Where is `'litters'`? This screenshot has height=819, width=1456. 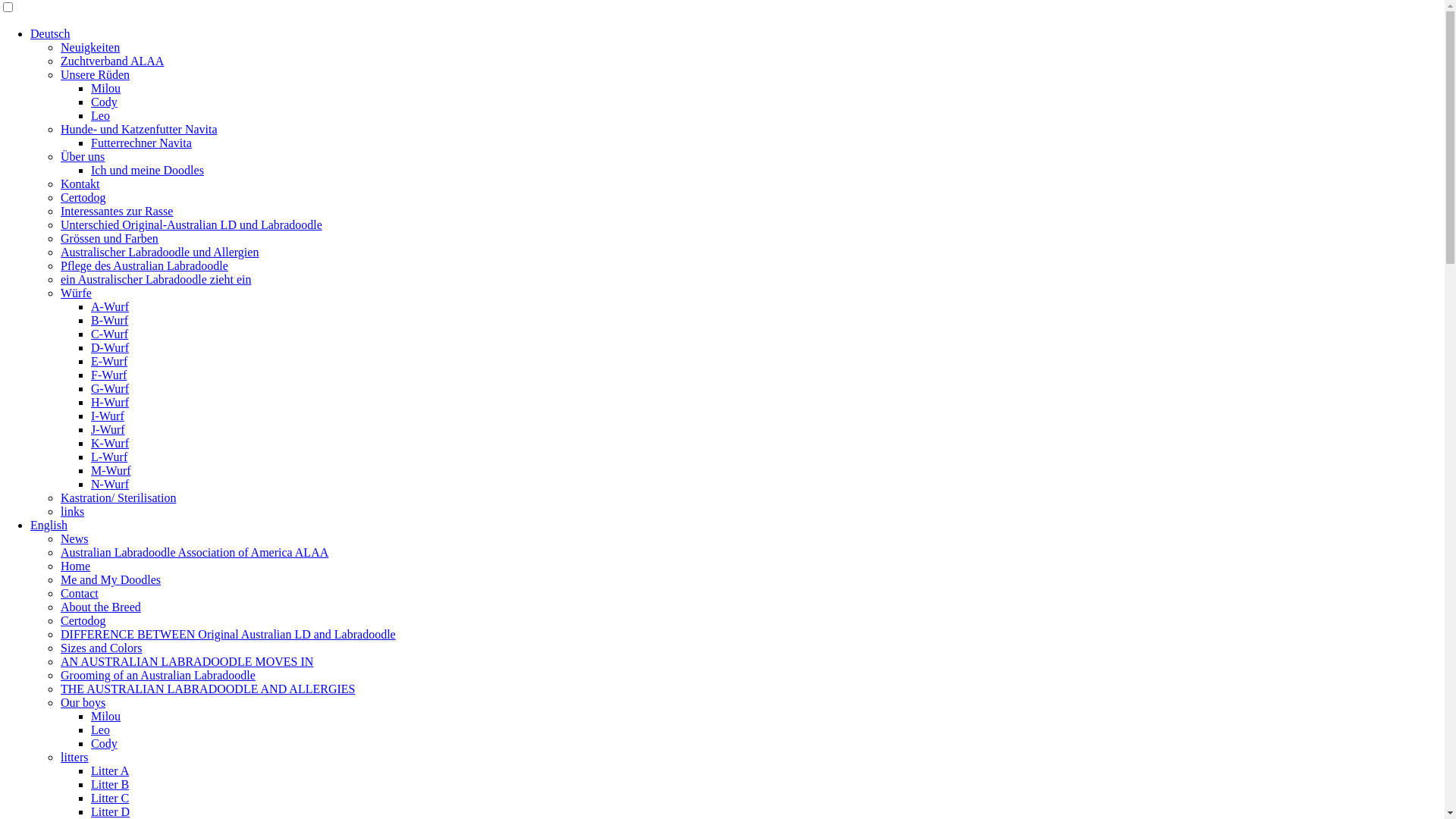
'litters' is located at coordinates (73, 757).